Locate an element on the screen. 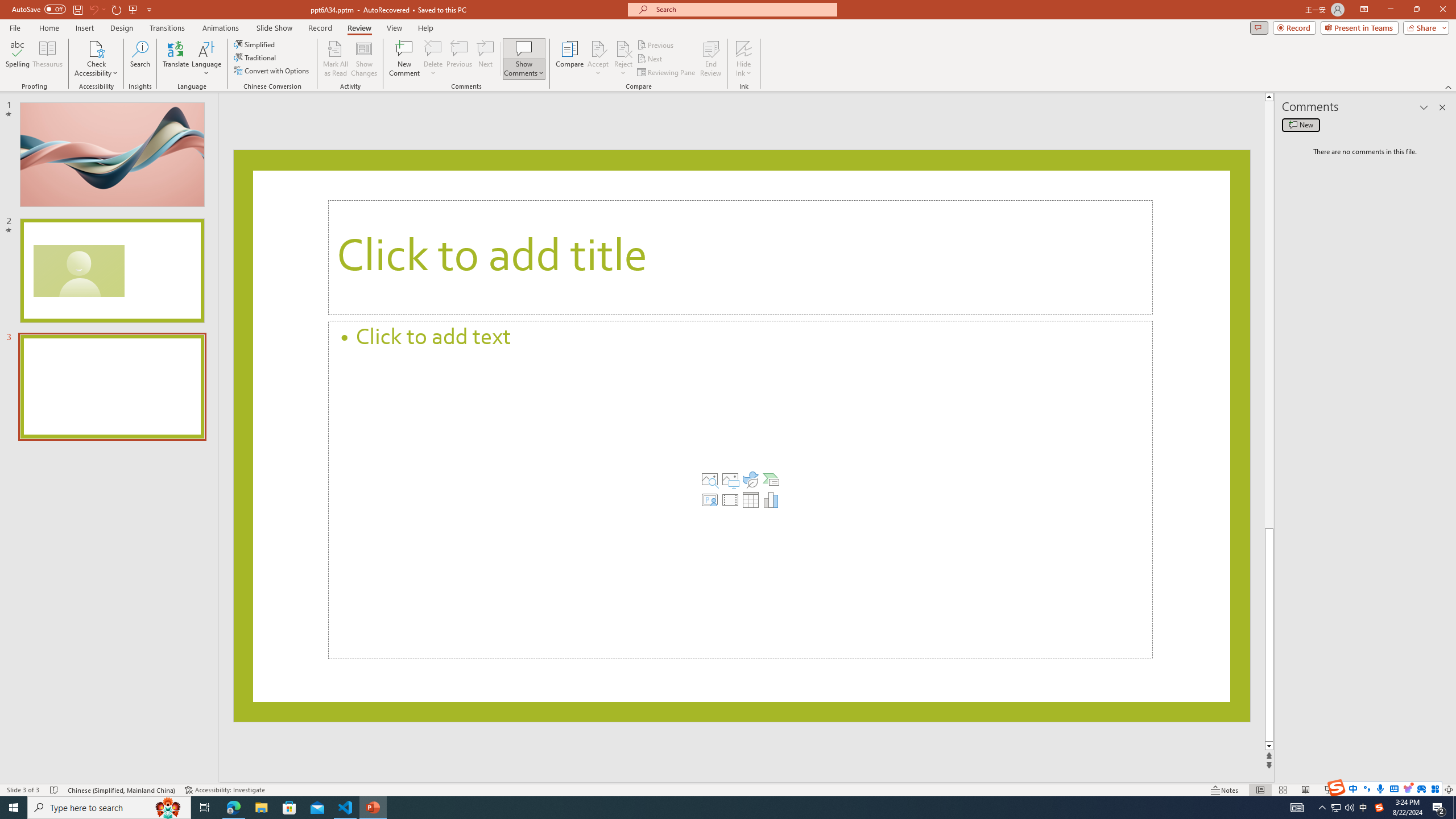  'Accept' is located at coordinates (598, 59).